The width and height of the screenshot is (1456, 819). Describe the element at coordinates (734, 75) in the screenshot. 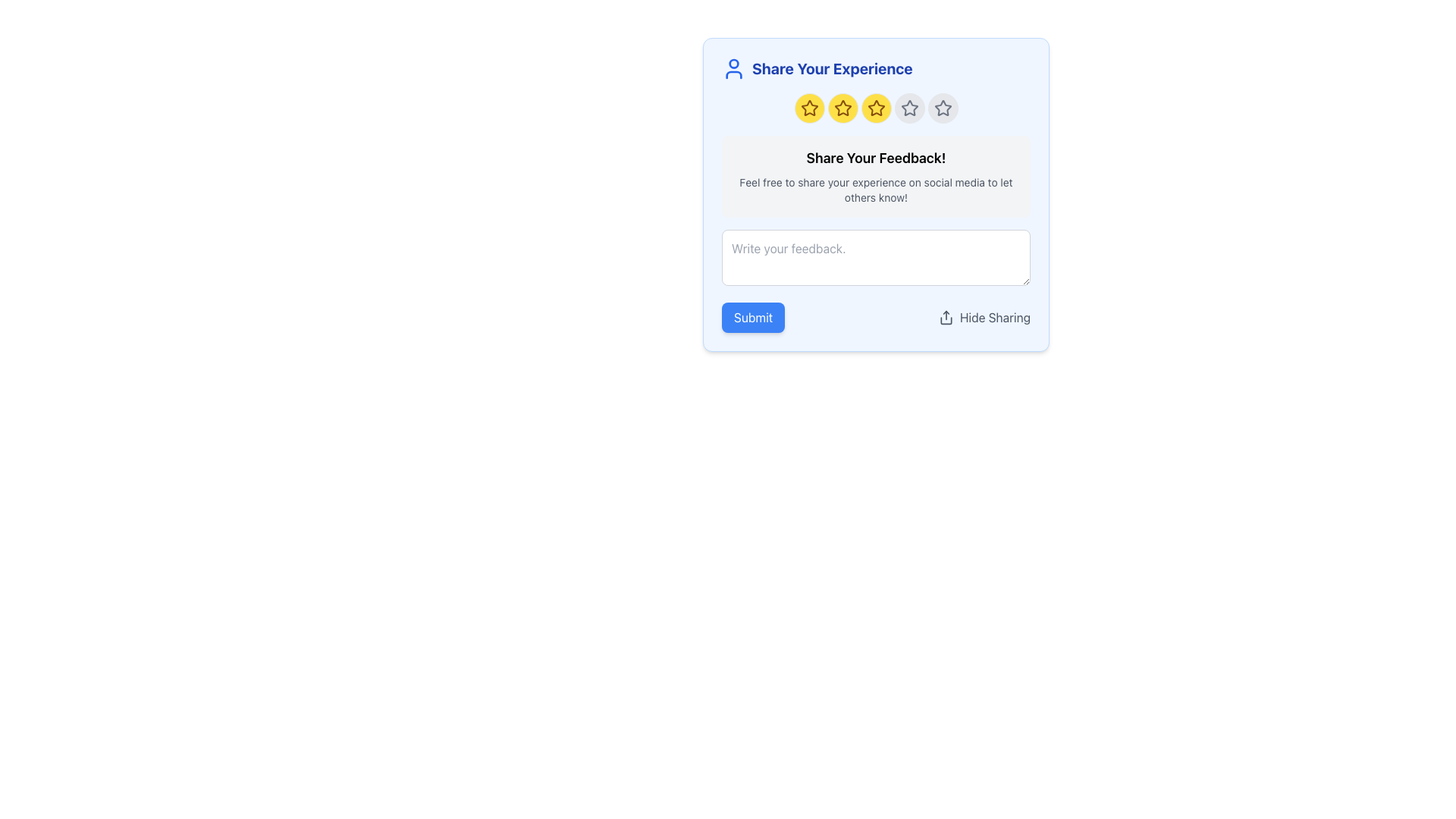

I see `the lower portion of the user icon within the feedback card component, which symbolizes the body of a person` at that location.